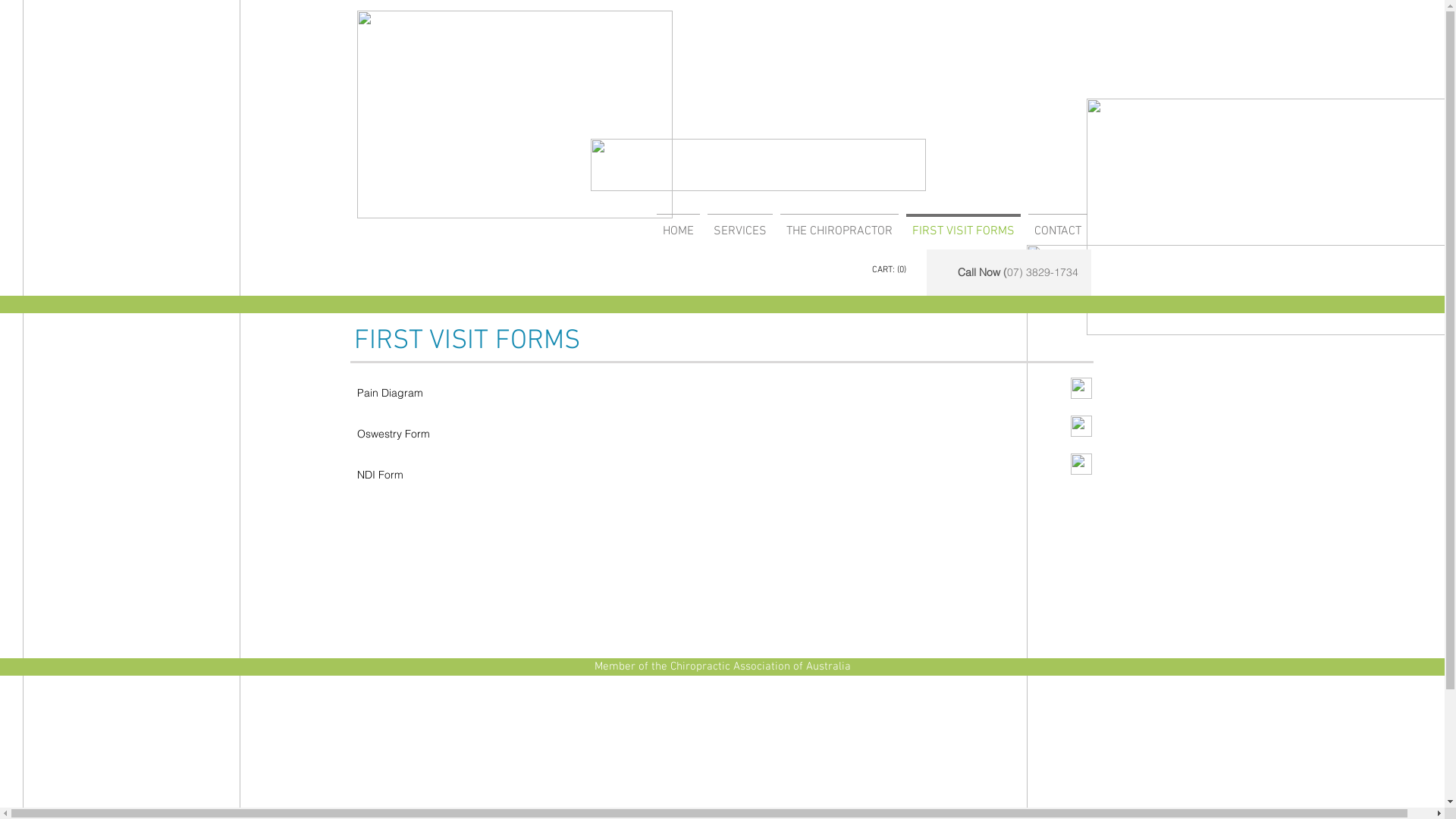 The height and width of the screenshot is (819, 1456). Describe the element at coordinates (389, 391) in the screenshot. I see `'Pain Diagram'` at that location.